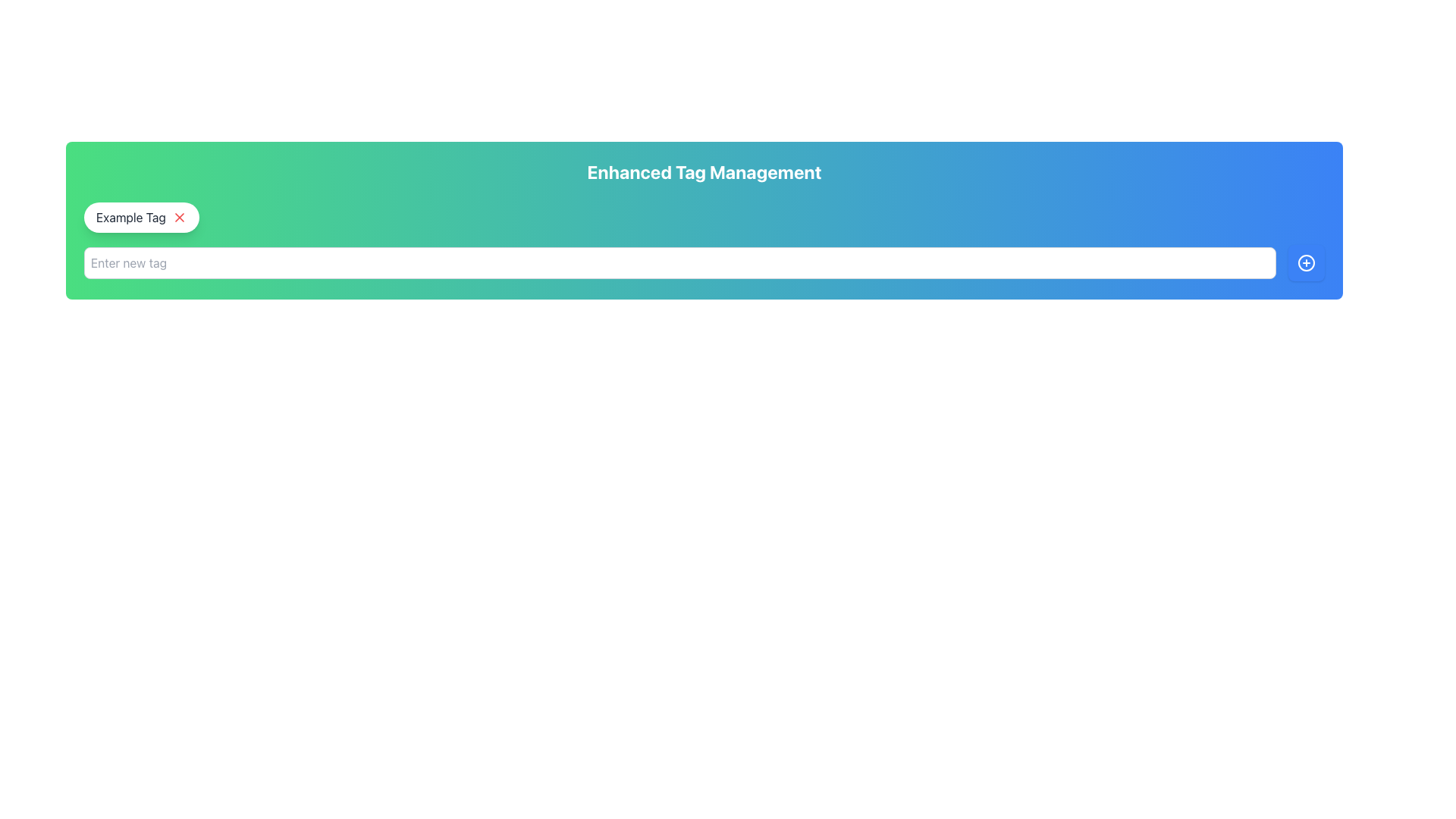  I want to click on the close/delete icon located in the small red area to the right of the 'Example Tag' text, so click(179, 217).